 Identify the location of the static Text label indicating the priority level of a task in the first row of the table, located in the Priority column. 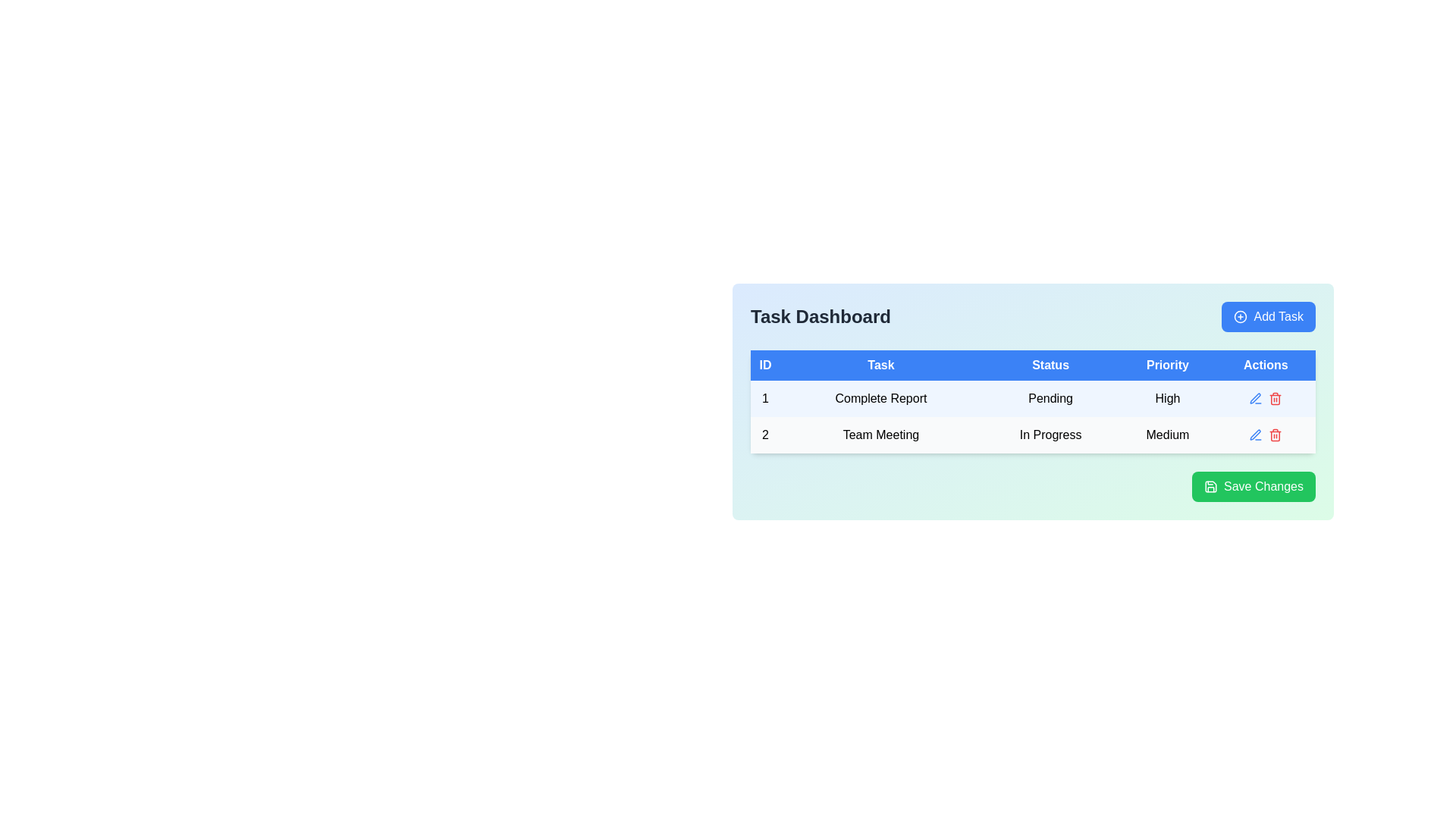
(1167, 397).